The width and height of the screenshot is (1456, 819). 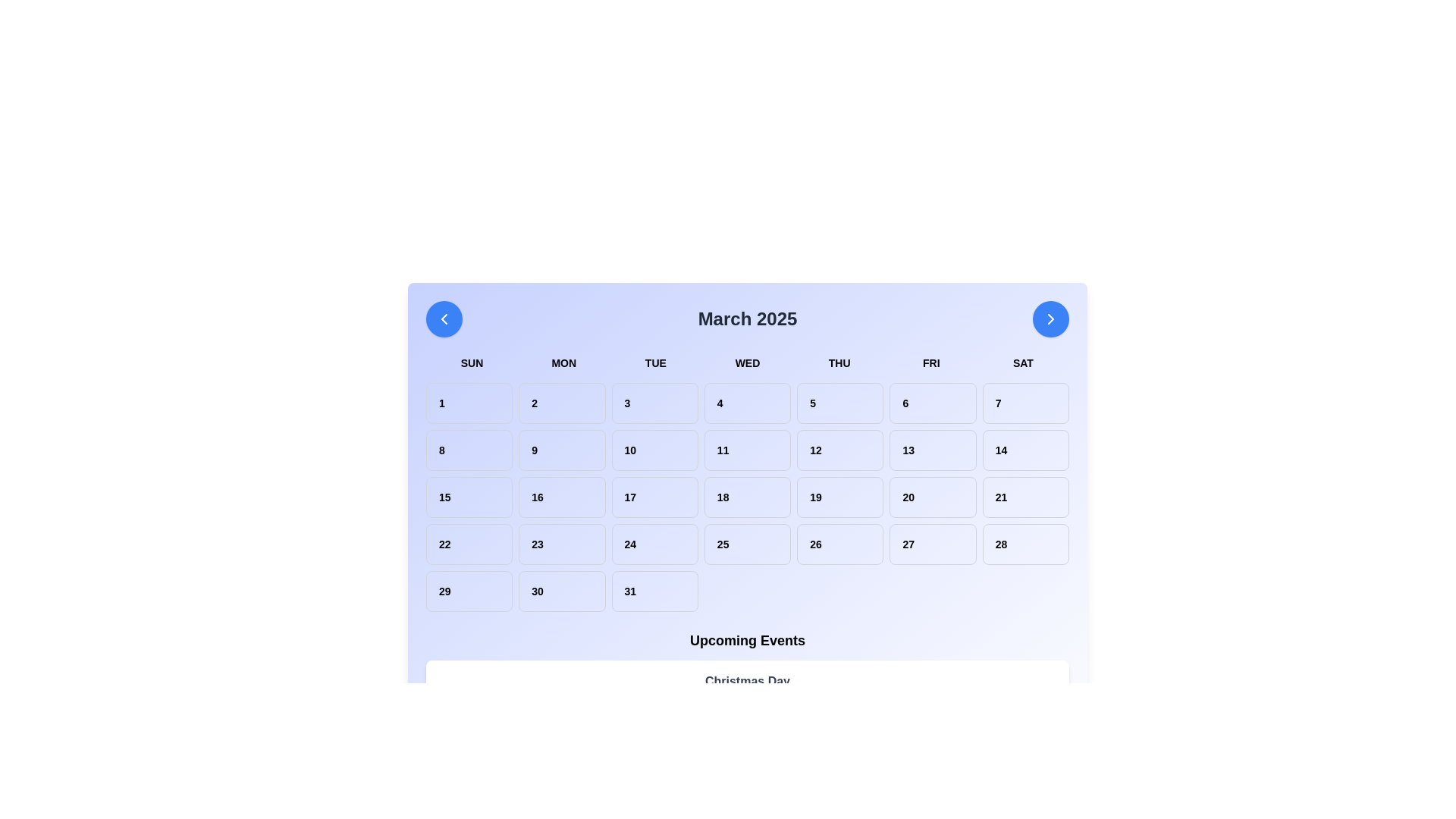 I want to click on the bold, uppercase text label displaying 'Tue', which is the third item in a horizontal layout of day labels for the week, so click(x=655, y=362).